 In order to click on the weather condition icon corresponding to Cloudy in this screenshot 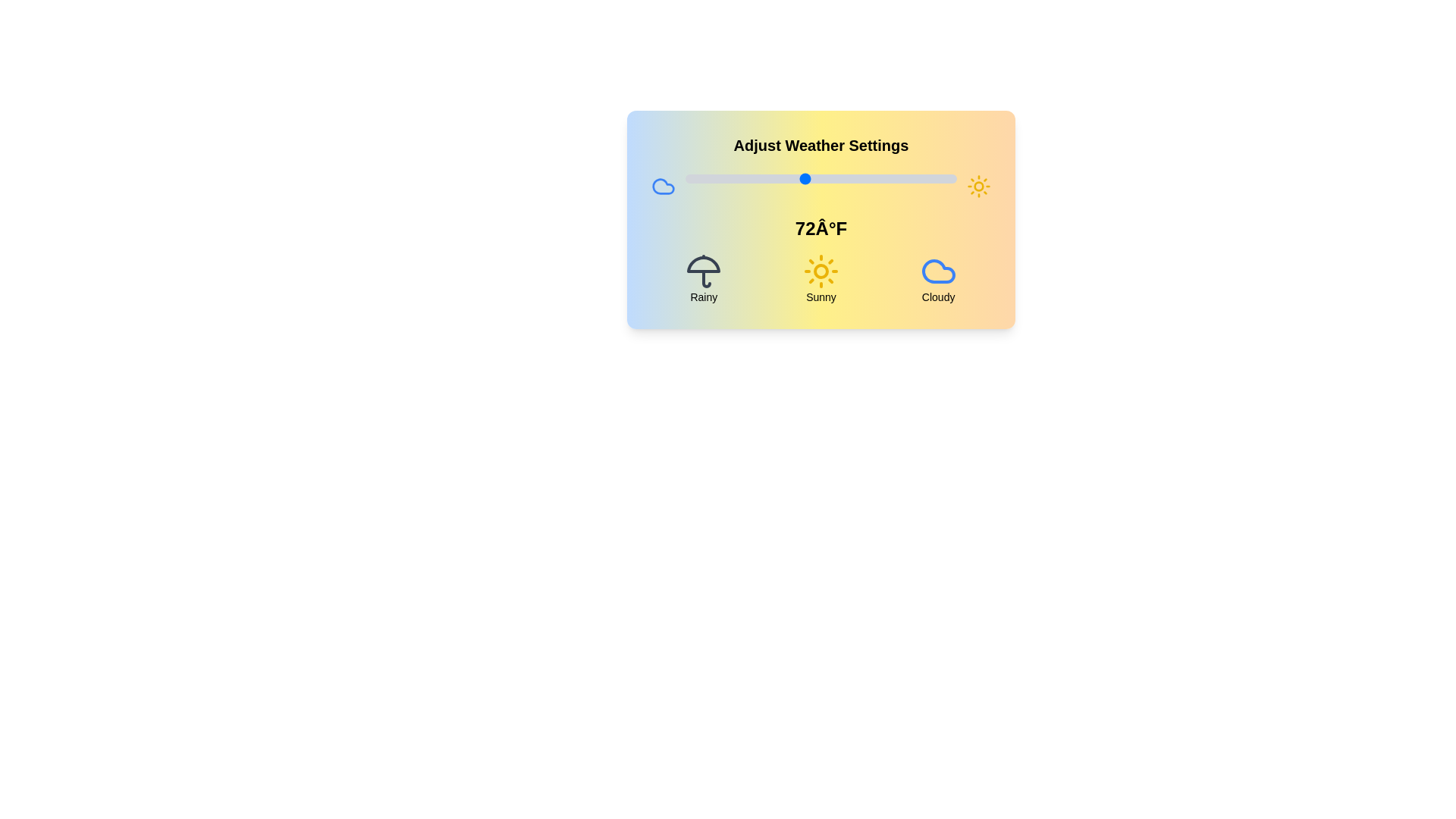, I will do `click(937, 271)`.